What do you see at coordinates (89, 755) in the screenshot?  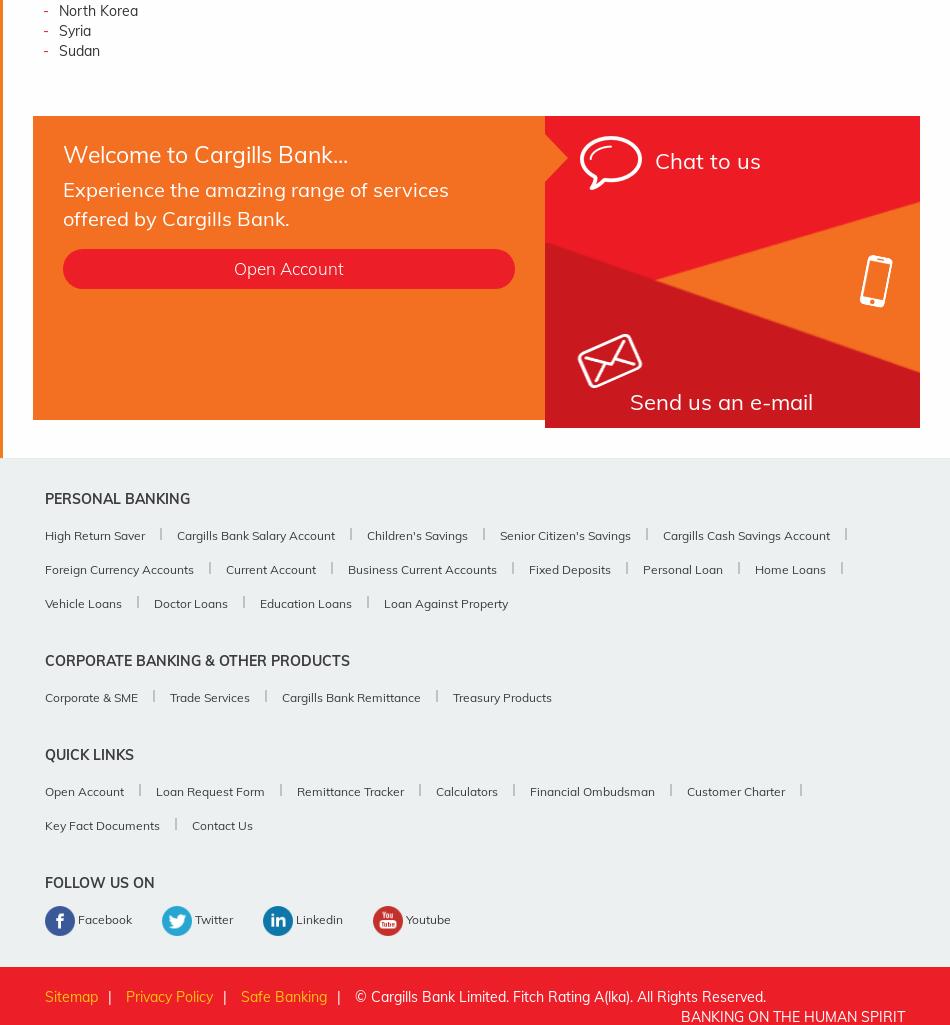 I see `'QUICK LINKS'` at bounding box center [89, 755].